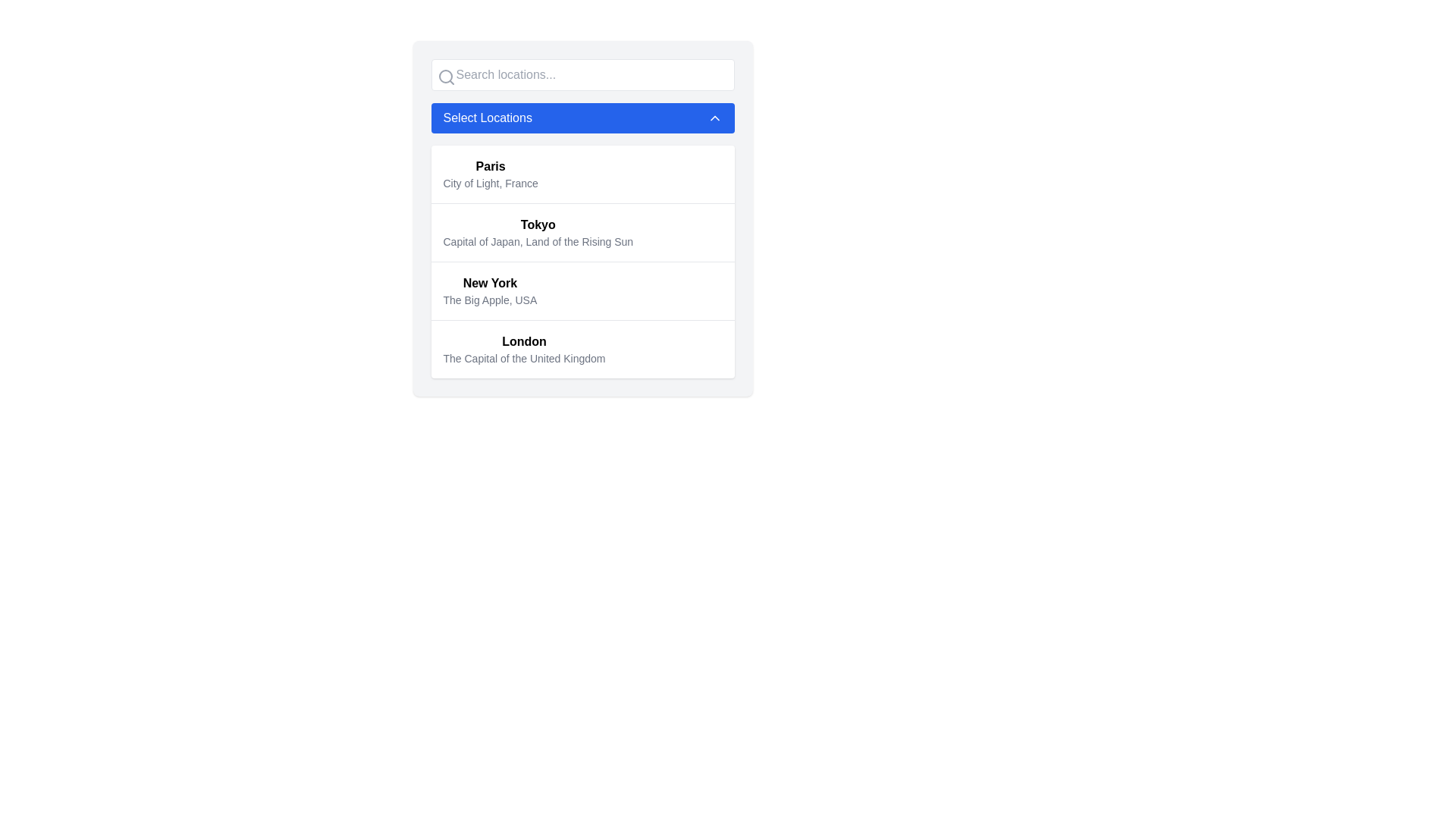  What do you see at coordinates (538, 241) in the screenshot?
I see `the text label displaying 'Capital of Japan, Land of the Rising Sun' located below the title 'Tokyo' in a card layout` at bounding box center [538, 241].